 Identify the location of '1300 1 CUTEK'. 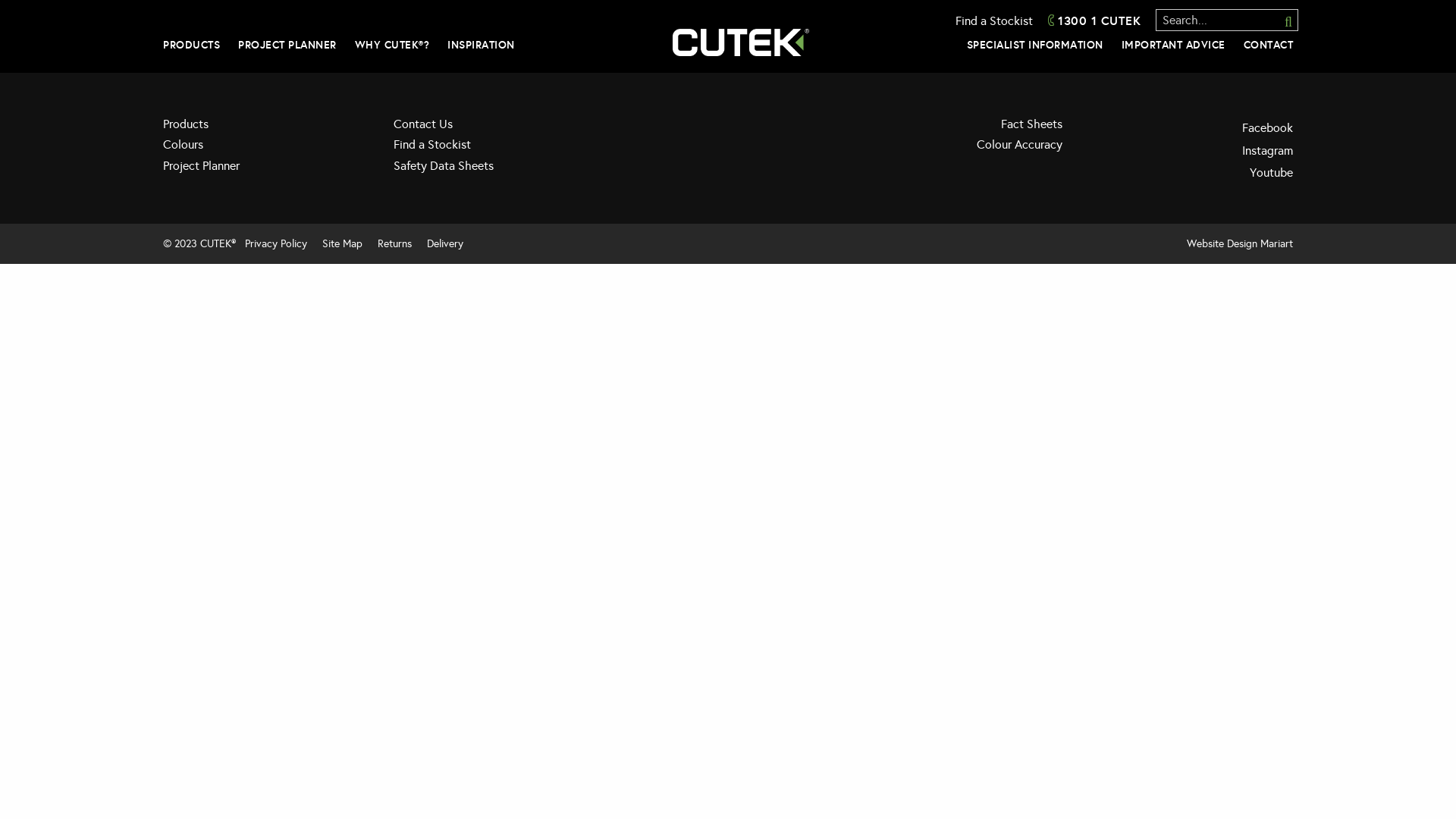
(1047, 20).